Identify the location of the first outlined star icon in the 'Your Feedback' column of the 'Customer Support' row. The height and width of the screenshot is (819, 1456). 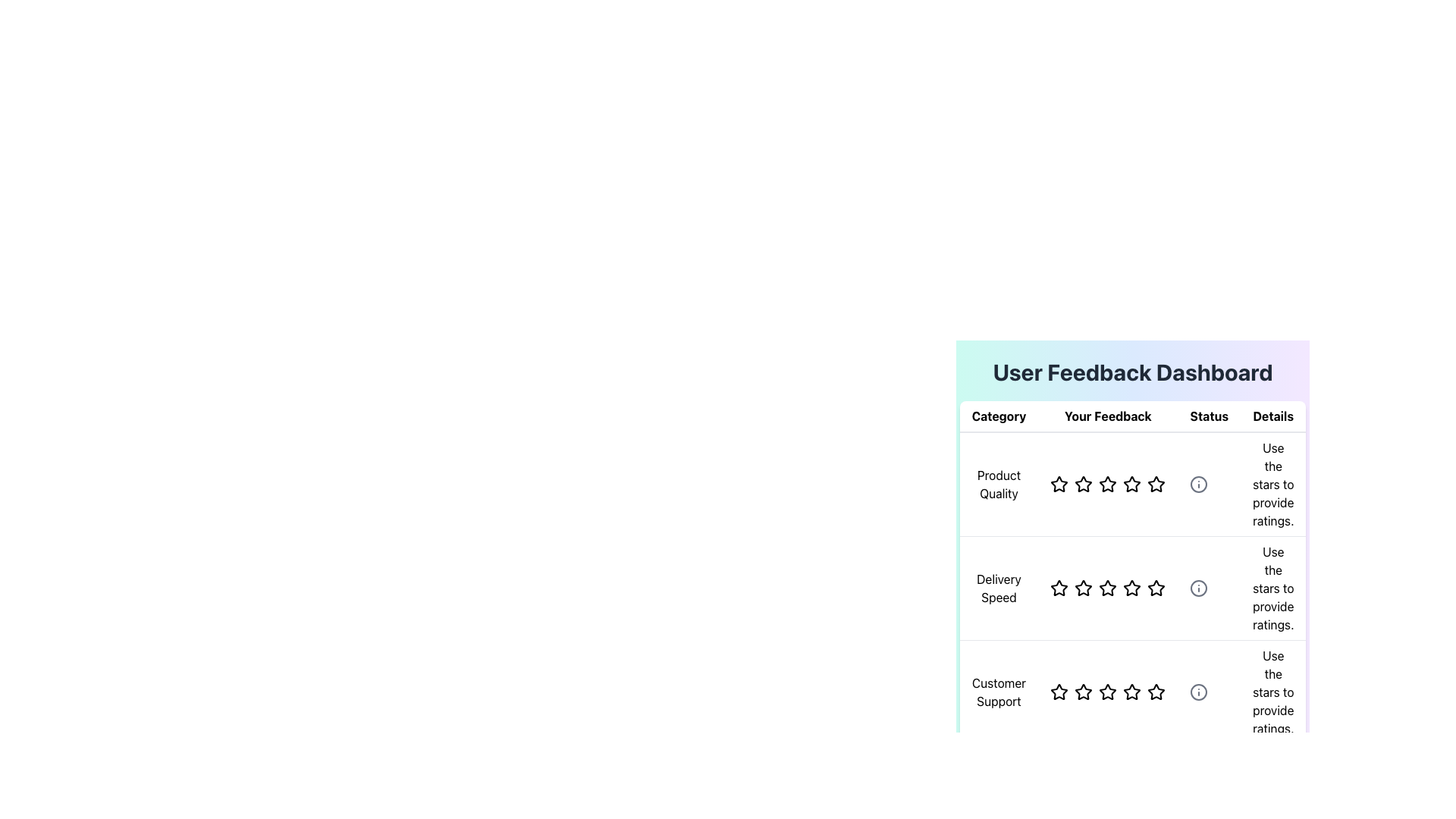
(1059, 692).